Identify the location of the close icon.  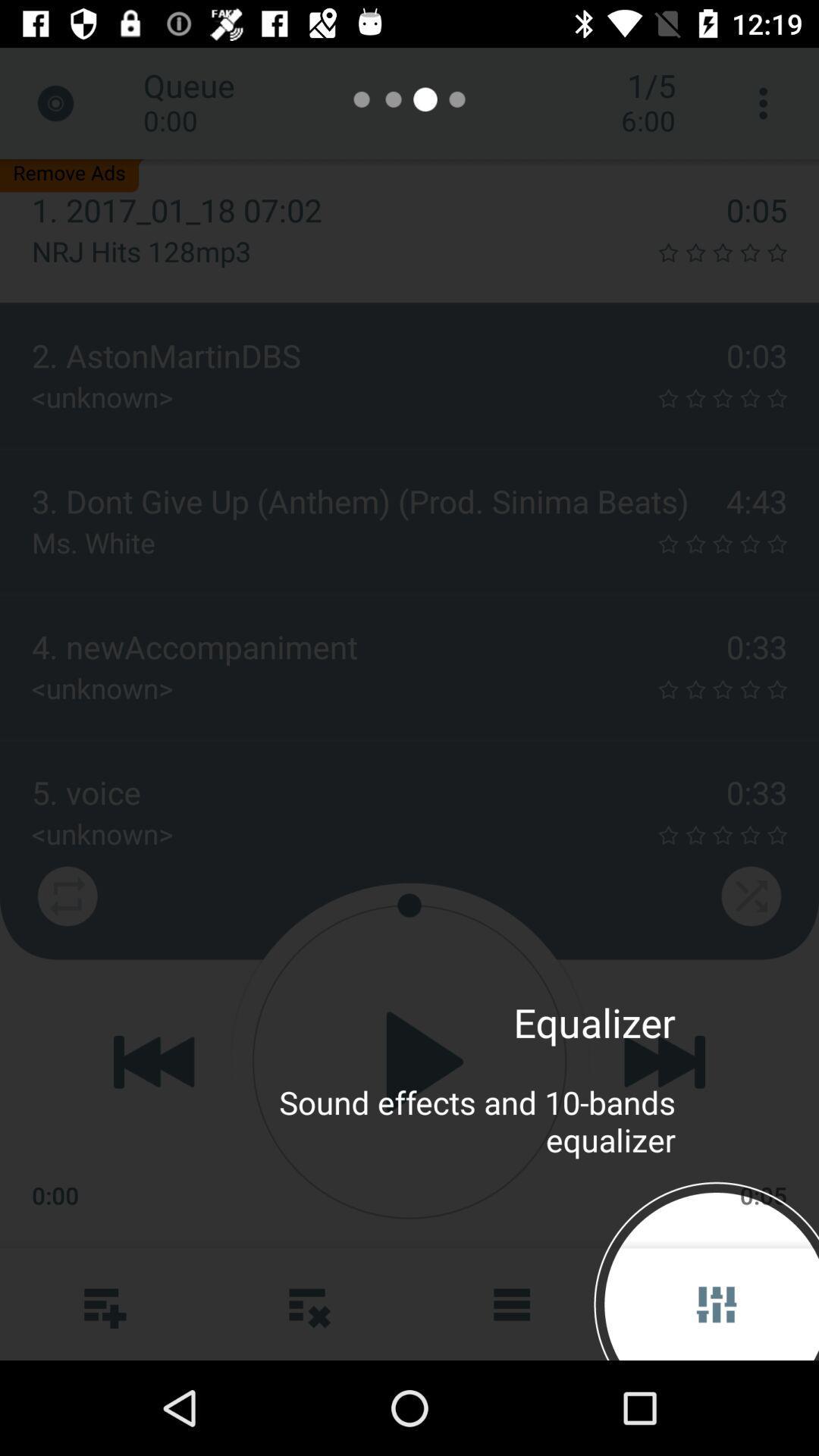
(751, 899).